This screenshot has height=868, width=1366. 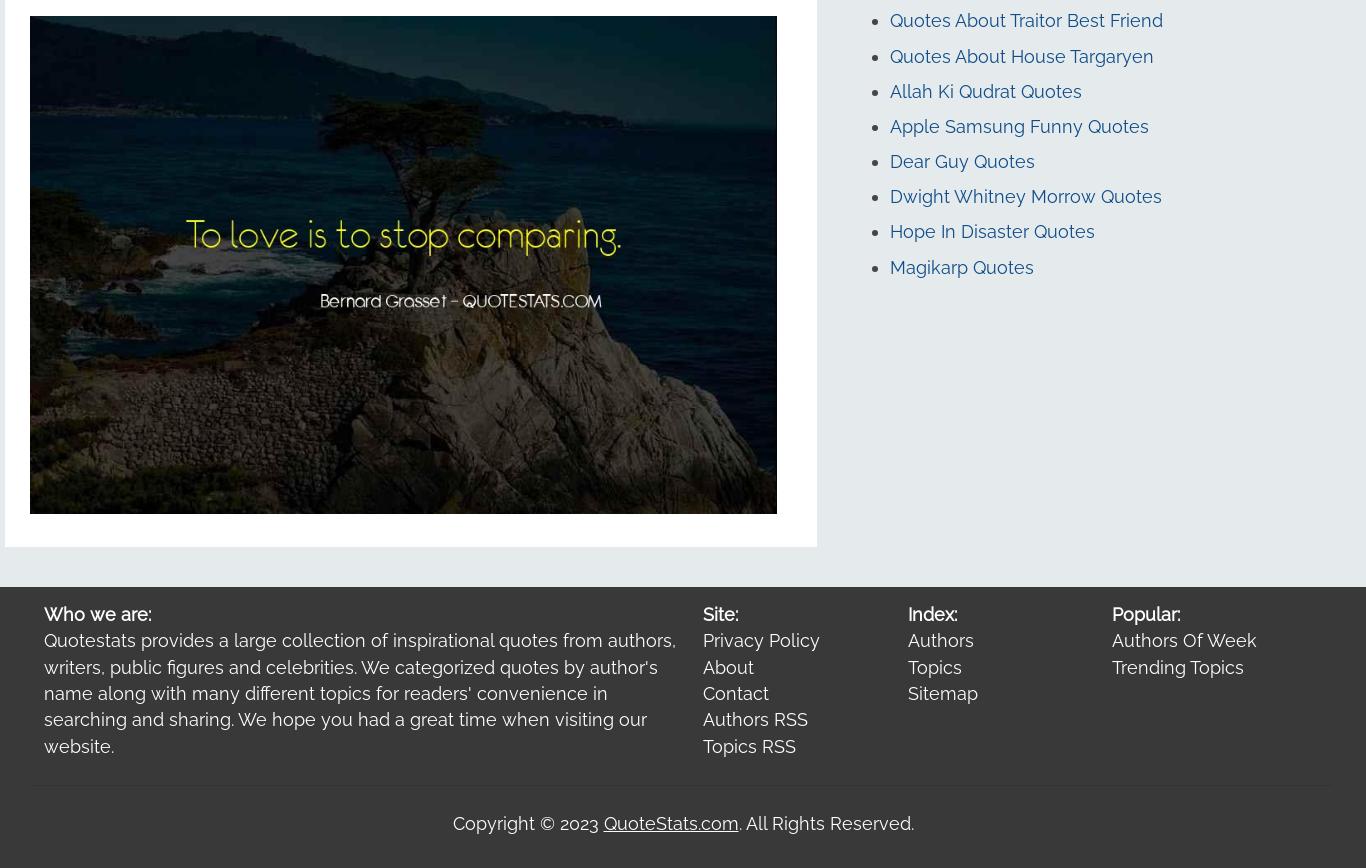 What do you see at coordinates (1018, 124) in the screenshot?
I see `'Apple Samsung Funny Quotes'` at bounding box center [1018, 124].